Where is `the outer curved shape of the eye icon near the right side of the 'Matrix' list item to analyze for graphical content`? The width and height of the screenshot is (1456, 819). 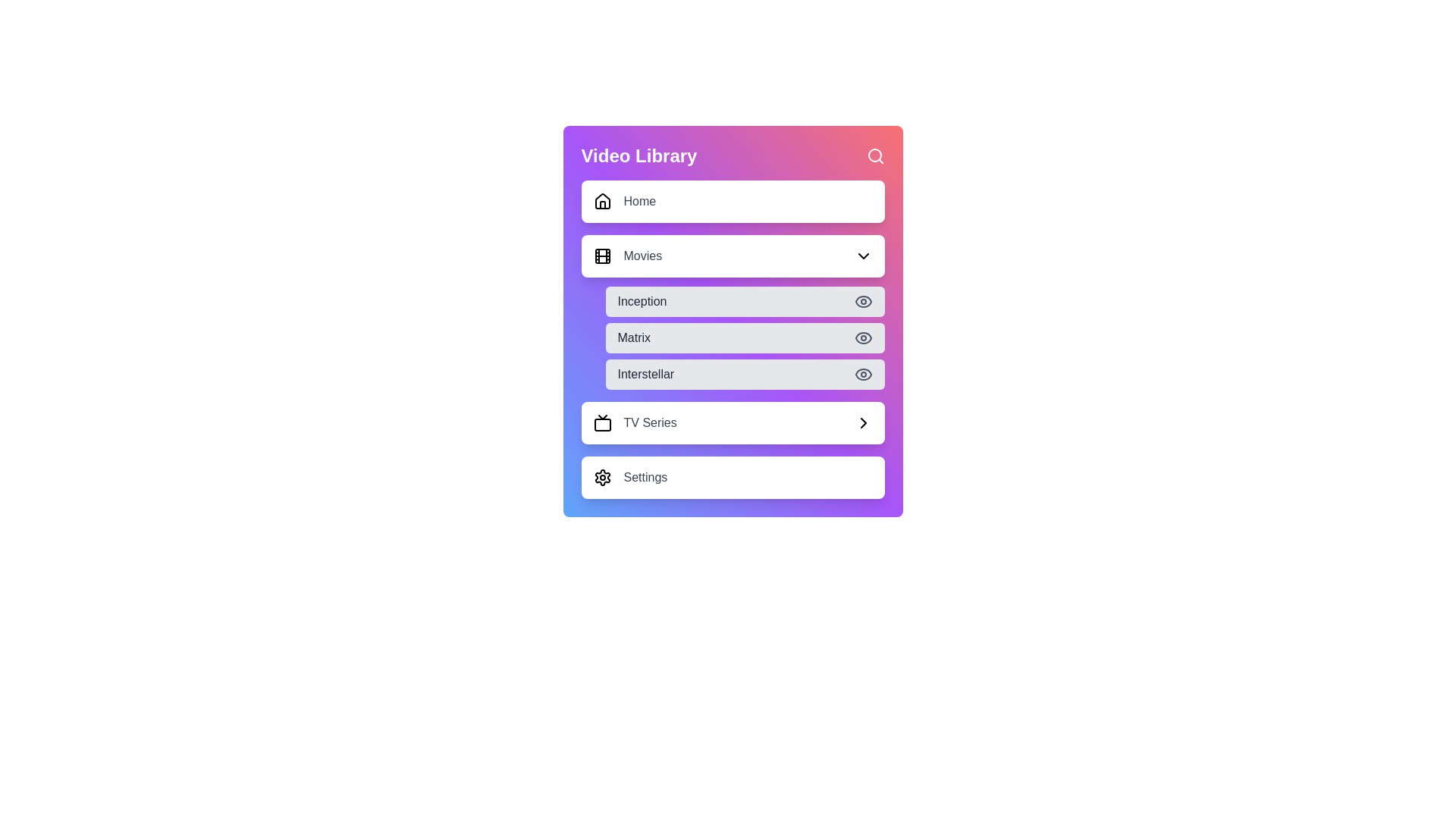
the outer curved shape of the eye icon near the right side of the 'Matrix' list item to analyze for graphical content is located at coordinates (863, 337).